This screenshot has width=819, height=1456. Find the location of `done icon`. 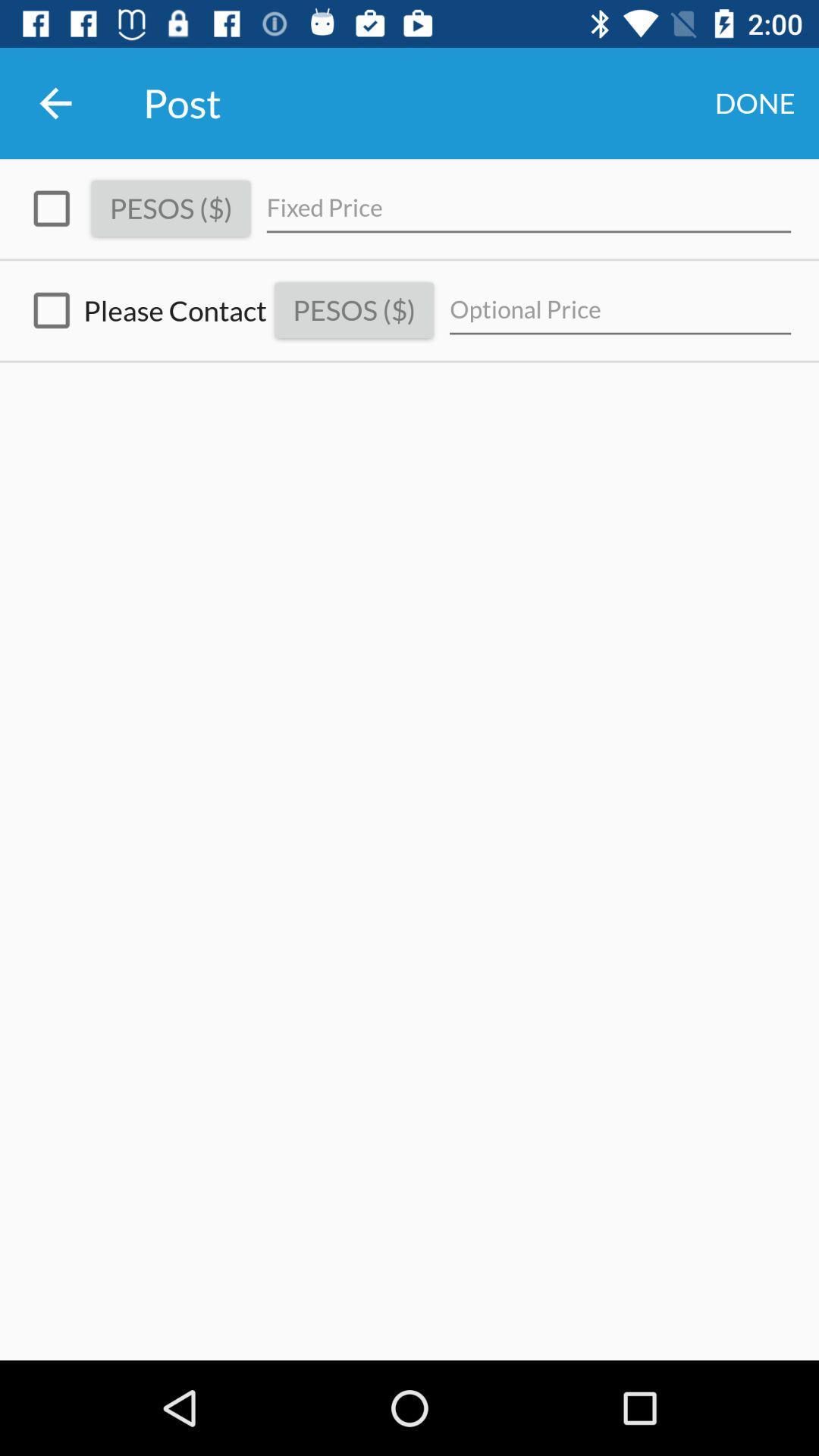

done icon is located at coordinates (755, 102).